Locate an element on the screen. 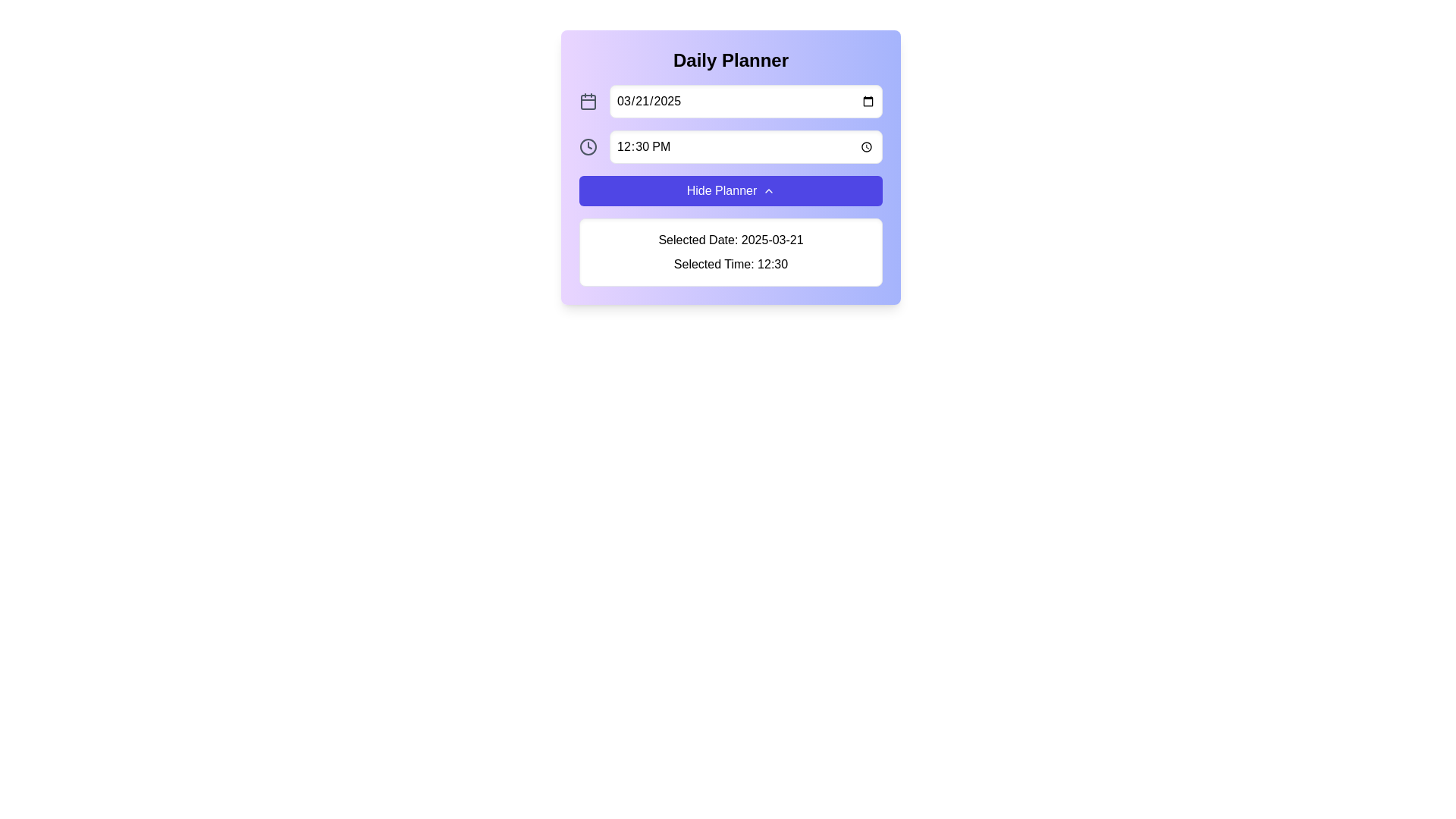 This screenshot has height=819, width=1456. the Chevron-Up icon located within the 'Hide Planner' button is located at coordinates (769, 190).